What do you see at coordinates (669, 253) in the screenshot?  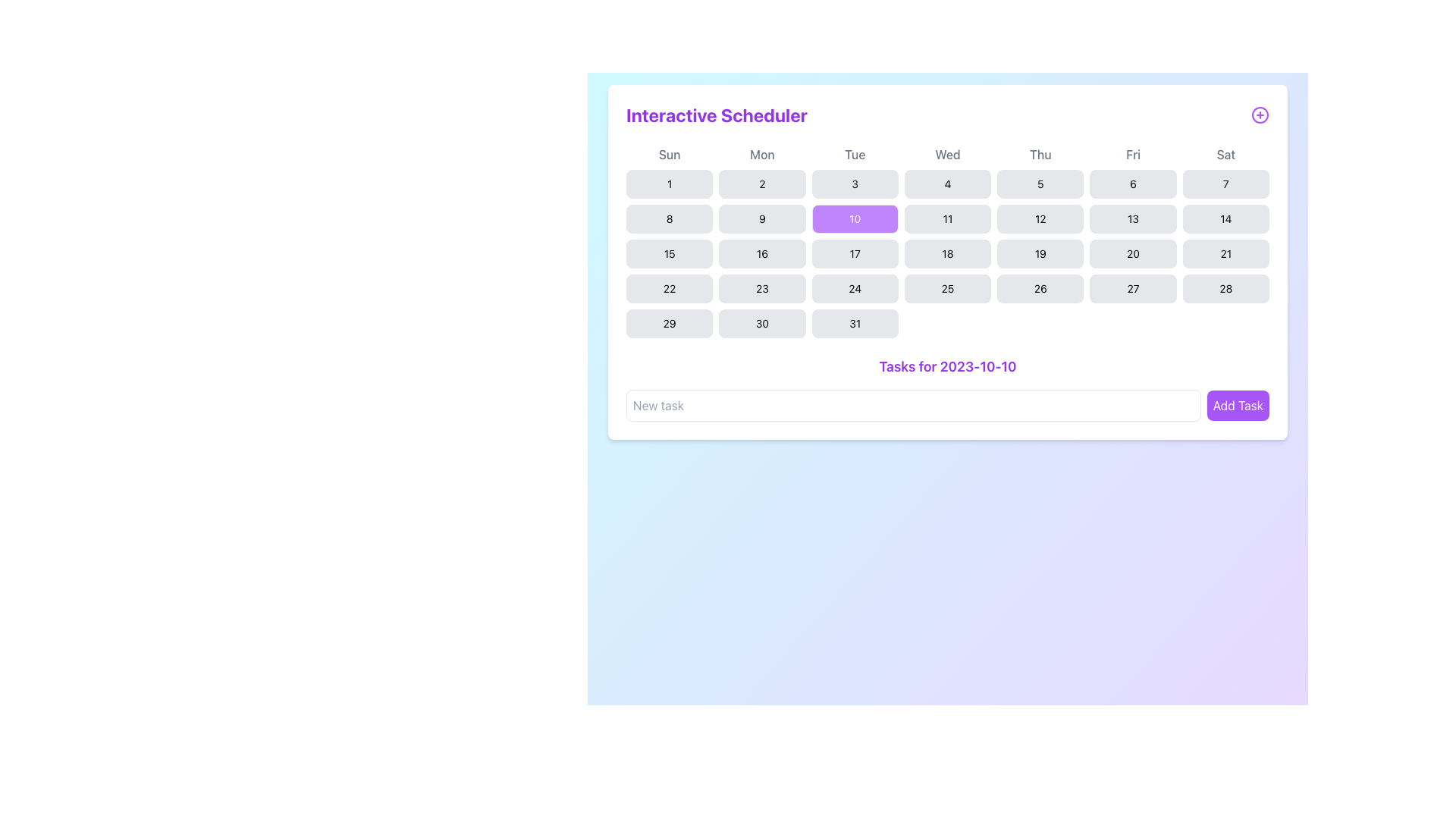 I see `the rectangular button with rounded corners displaying the number '15'` at bounding box center [669, 253].